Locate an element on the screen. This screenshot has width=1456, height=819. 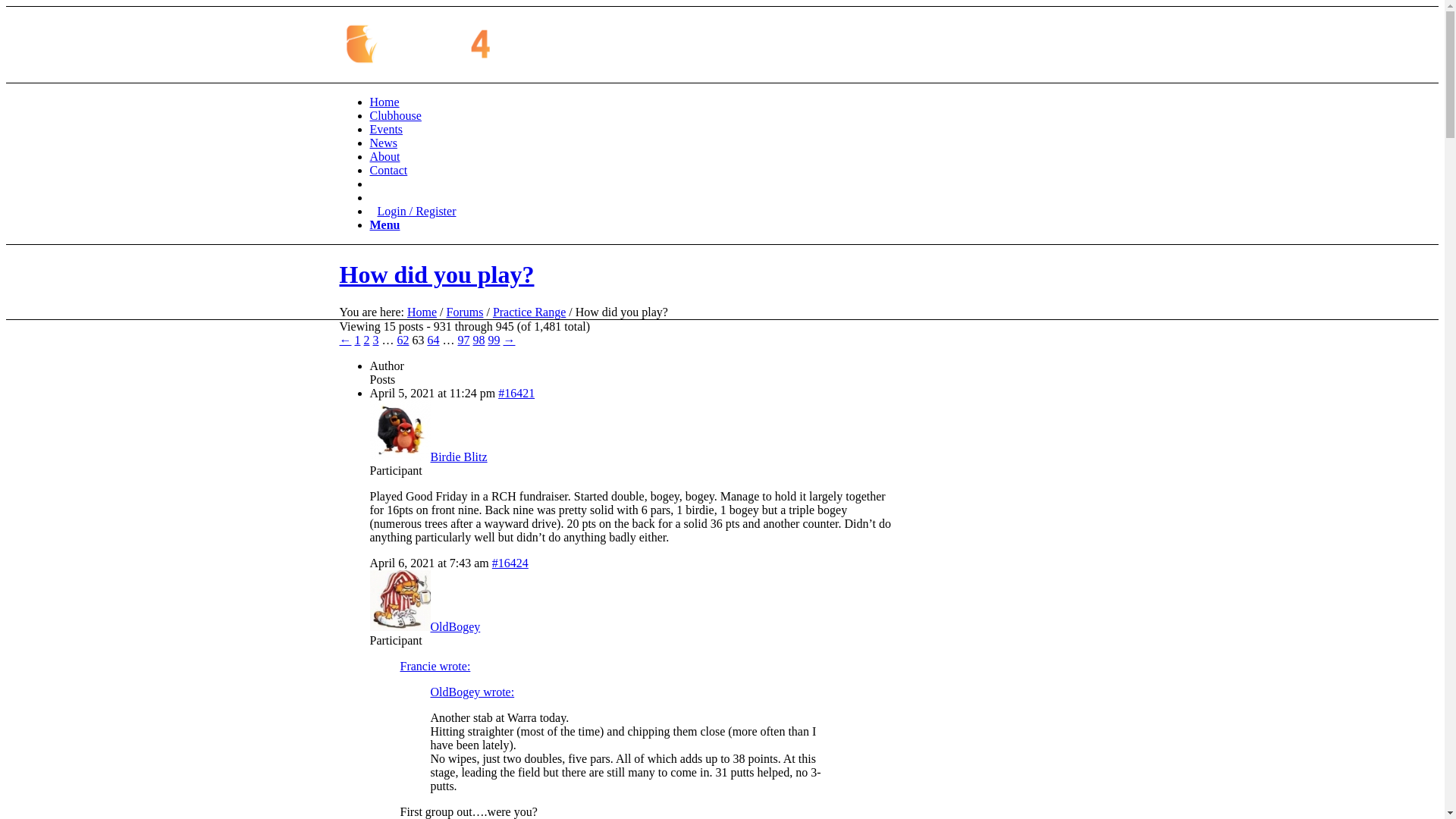
'3' is located at coordinates (375, 339).